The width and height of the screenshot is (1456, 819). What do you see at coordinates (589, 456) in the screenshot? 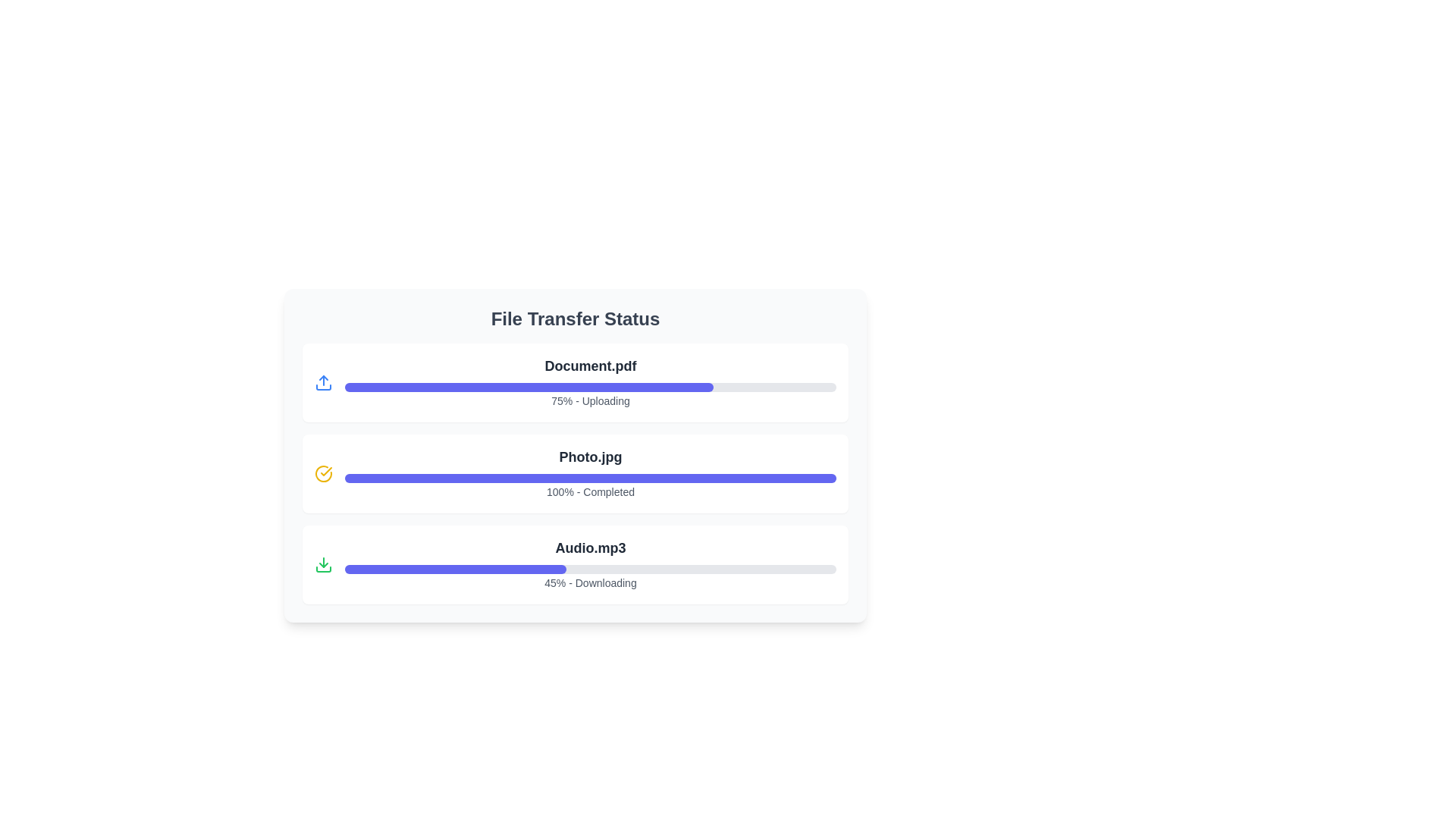
I see `the static text displaying the filename 'Photo.jpg' which is located in the second section of the file transfer list, above the progress bar and the text '100% - Completed'` at bounding box center [589, 456].